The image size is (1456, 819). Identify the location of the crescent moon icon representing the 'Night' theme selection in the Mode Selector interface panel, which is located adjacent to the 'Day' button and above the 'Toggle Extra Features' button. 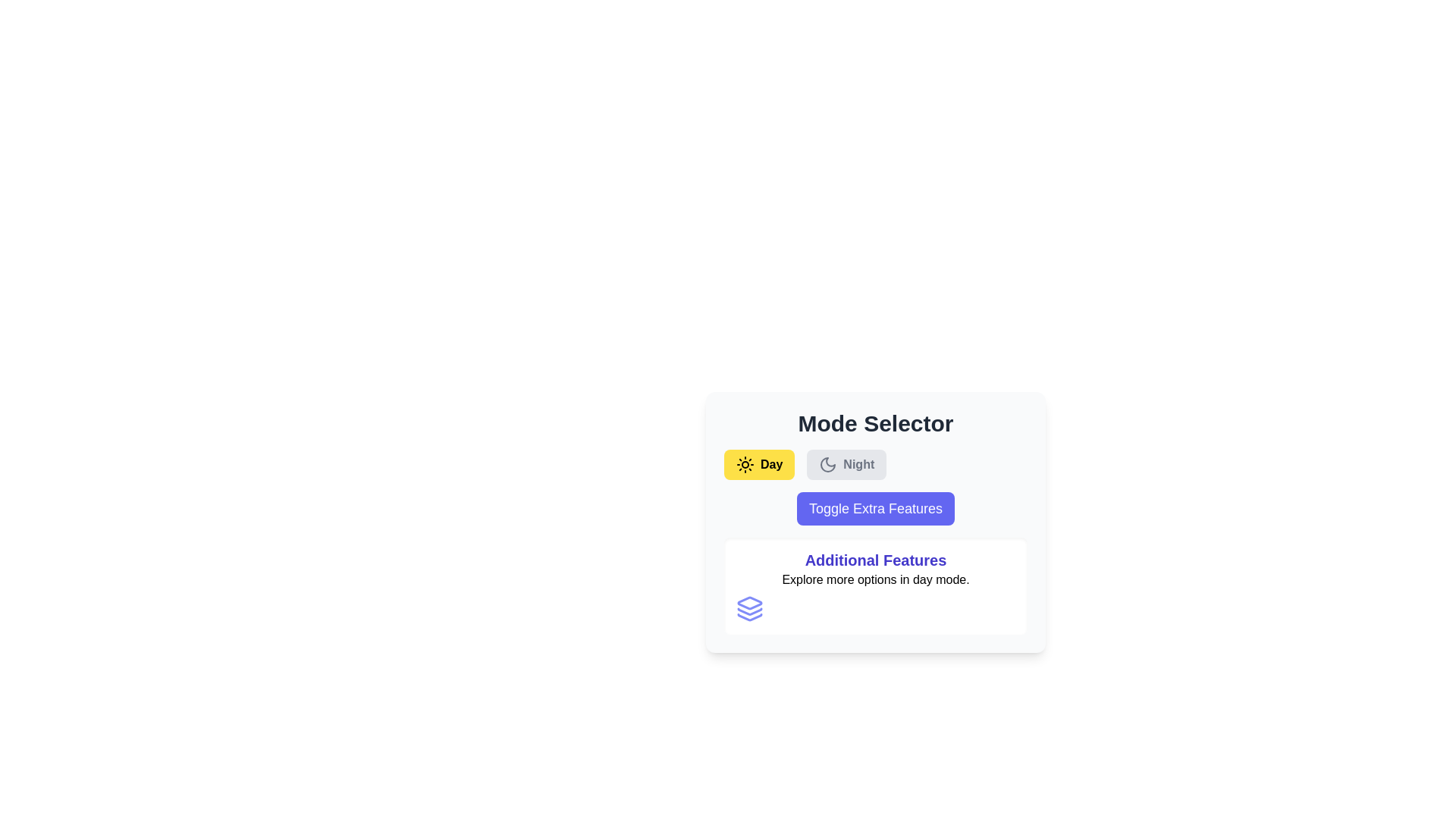
(827, 464).